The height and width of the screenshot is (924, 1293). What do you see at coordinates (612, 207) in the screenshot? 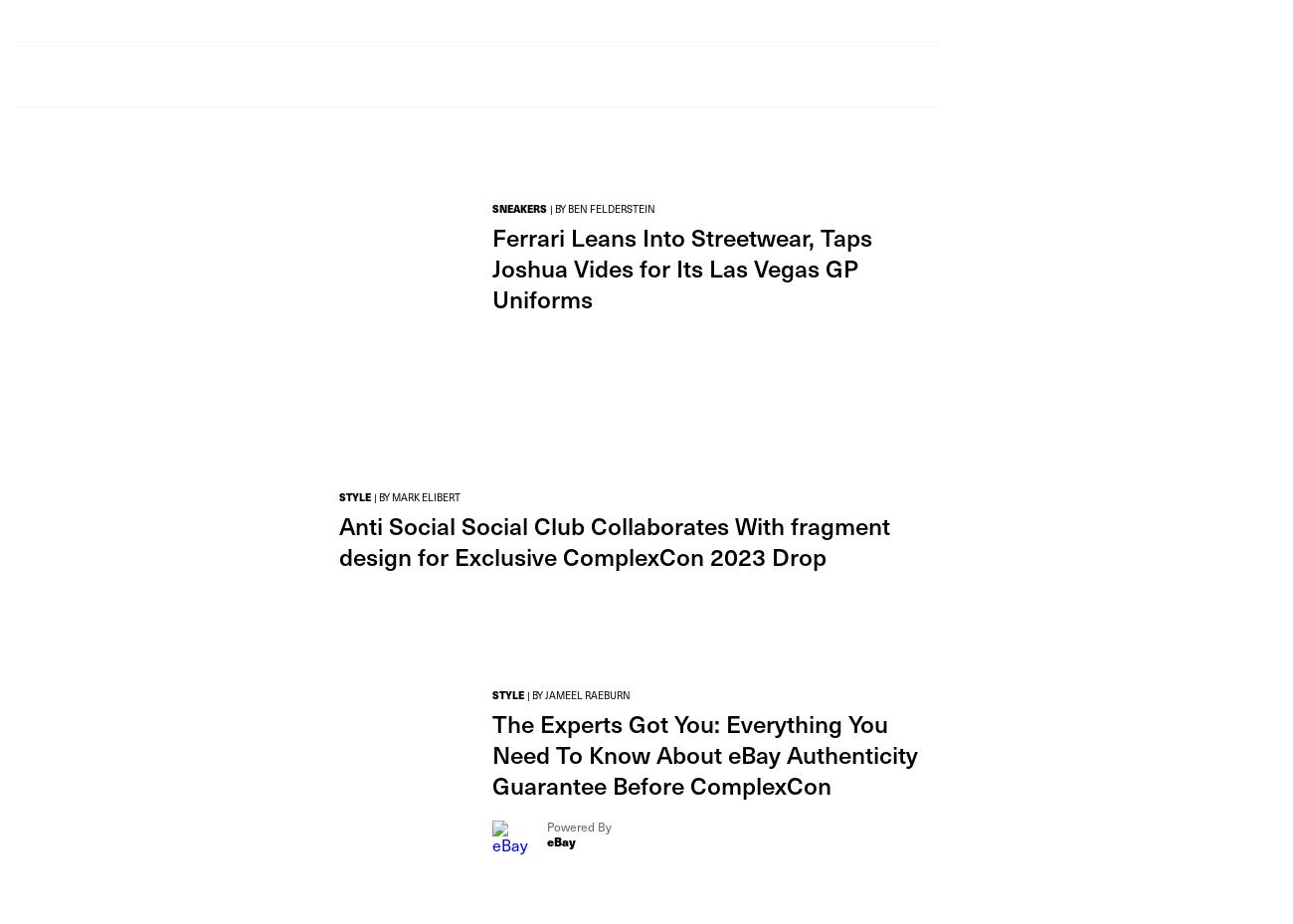
I see `'BEN FELDERSTEIN'` at bounding box center [612, 207].